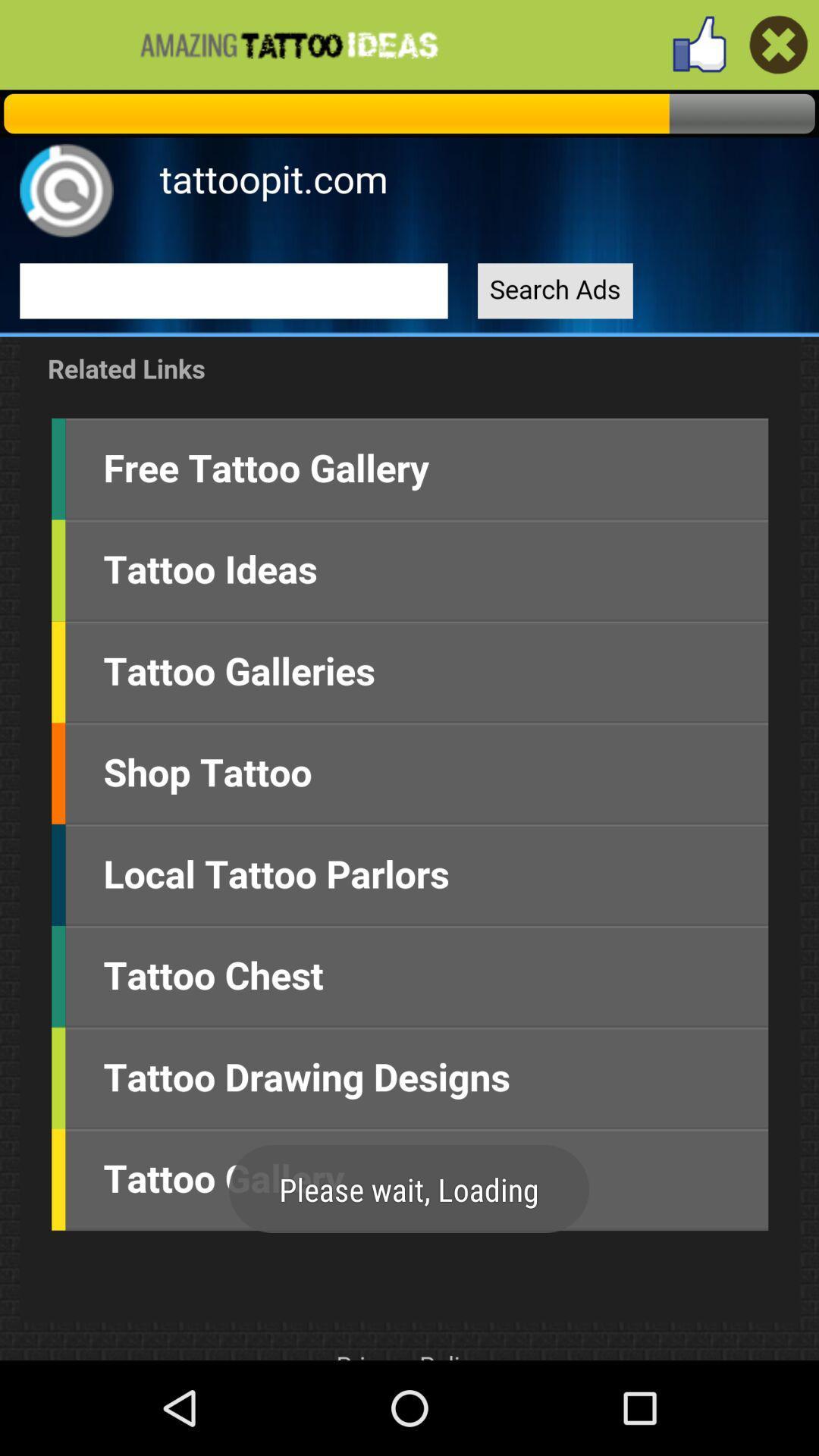 The height and width of the screenshot is (1456, 819). What do you see at coordinates (699, 44) in the screenshot?
I see `like page` at bounding box center [699, 44].